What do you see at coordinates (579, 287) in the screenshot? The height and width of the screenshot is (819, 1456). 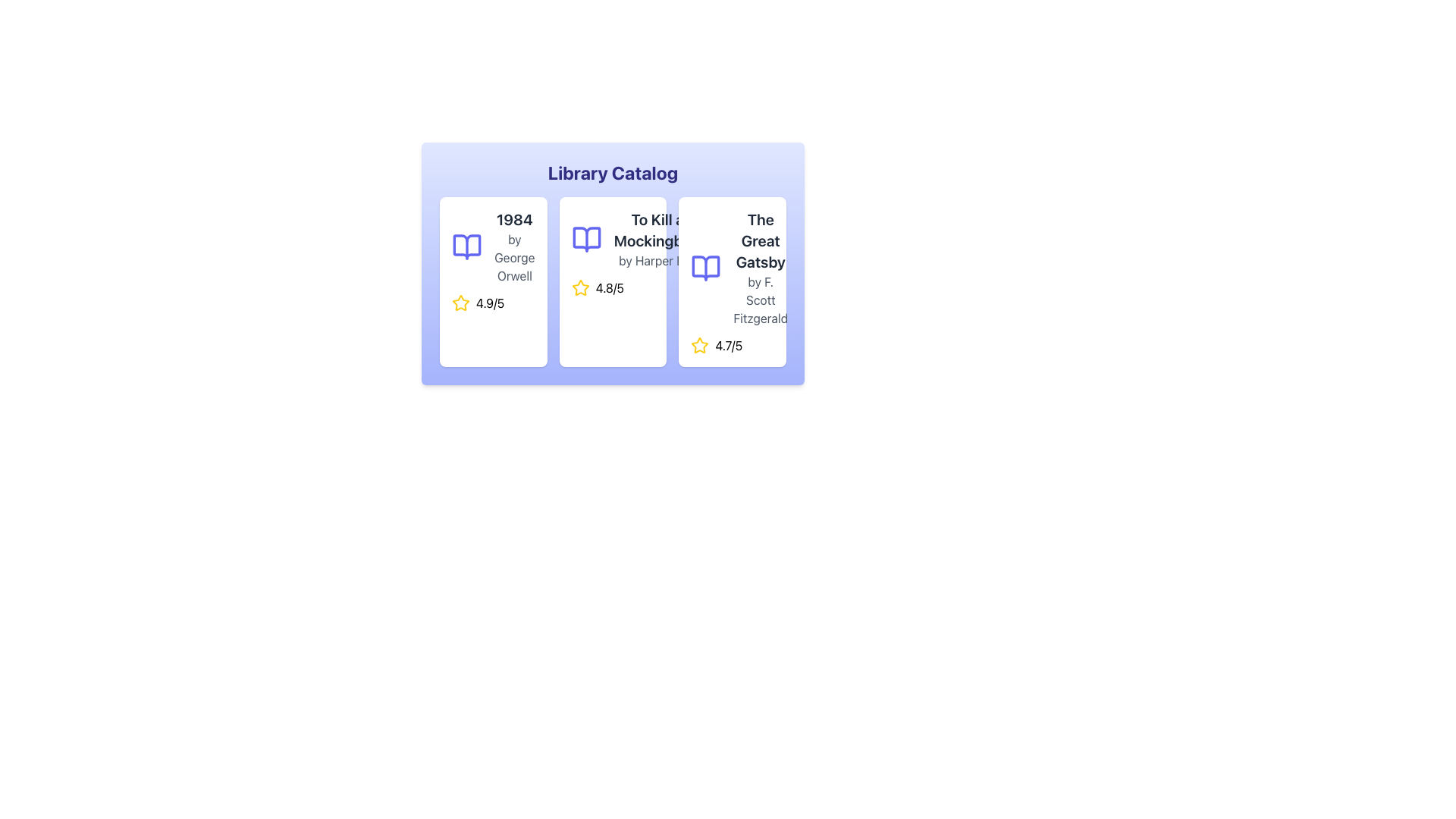 I see `the yellow star icon located under the title 'To Kill a Mockingbird by Harper Lee' in the Library Catalog section` at bounding box center [579, 287].